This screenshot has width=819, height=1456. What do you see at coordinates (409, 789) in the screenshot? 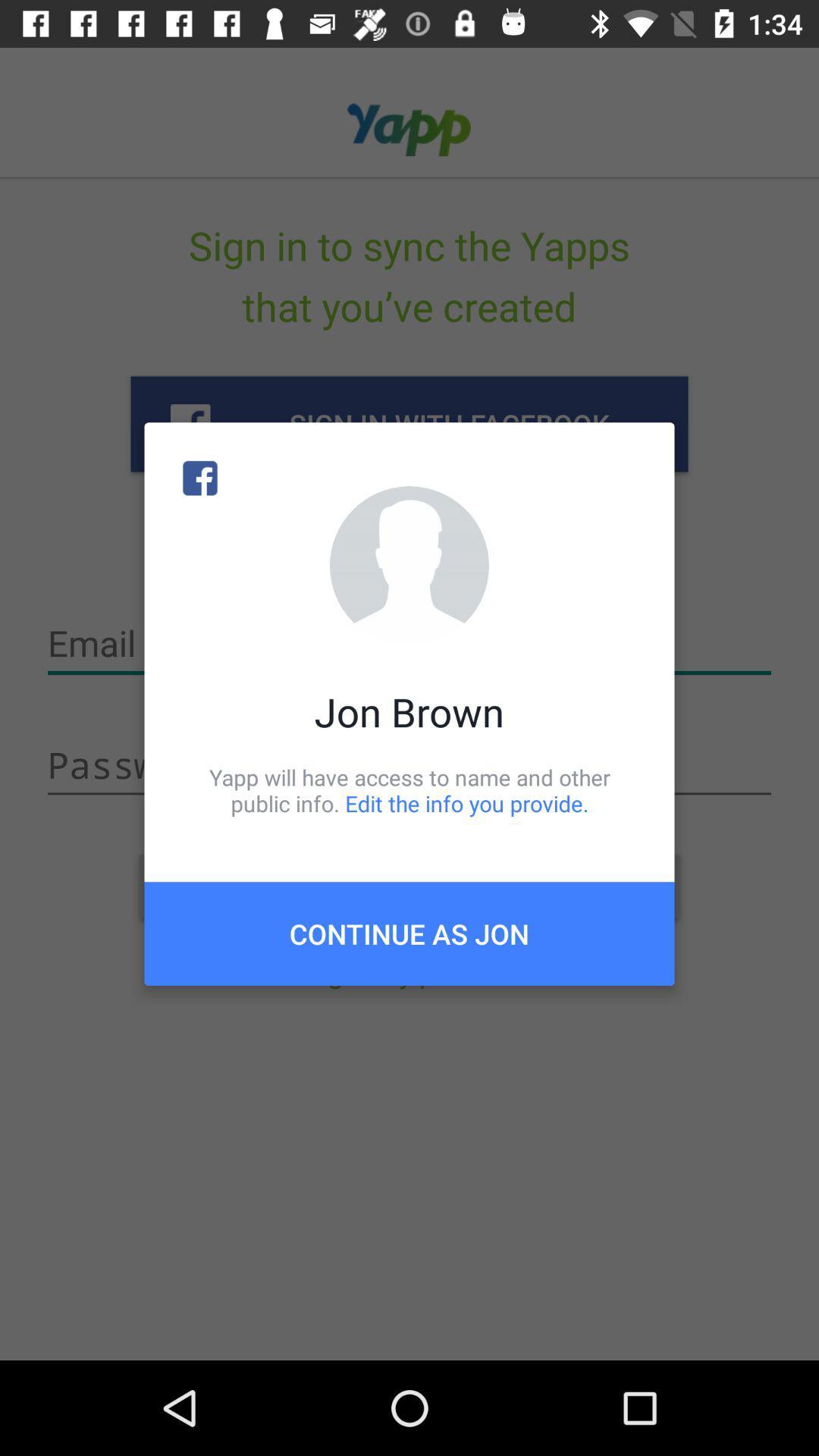
I see `item below jon brown icon` at bounding box center [409, 789].